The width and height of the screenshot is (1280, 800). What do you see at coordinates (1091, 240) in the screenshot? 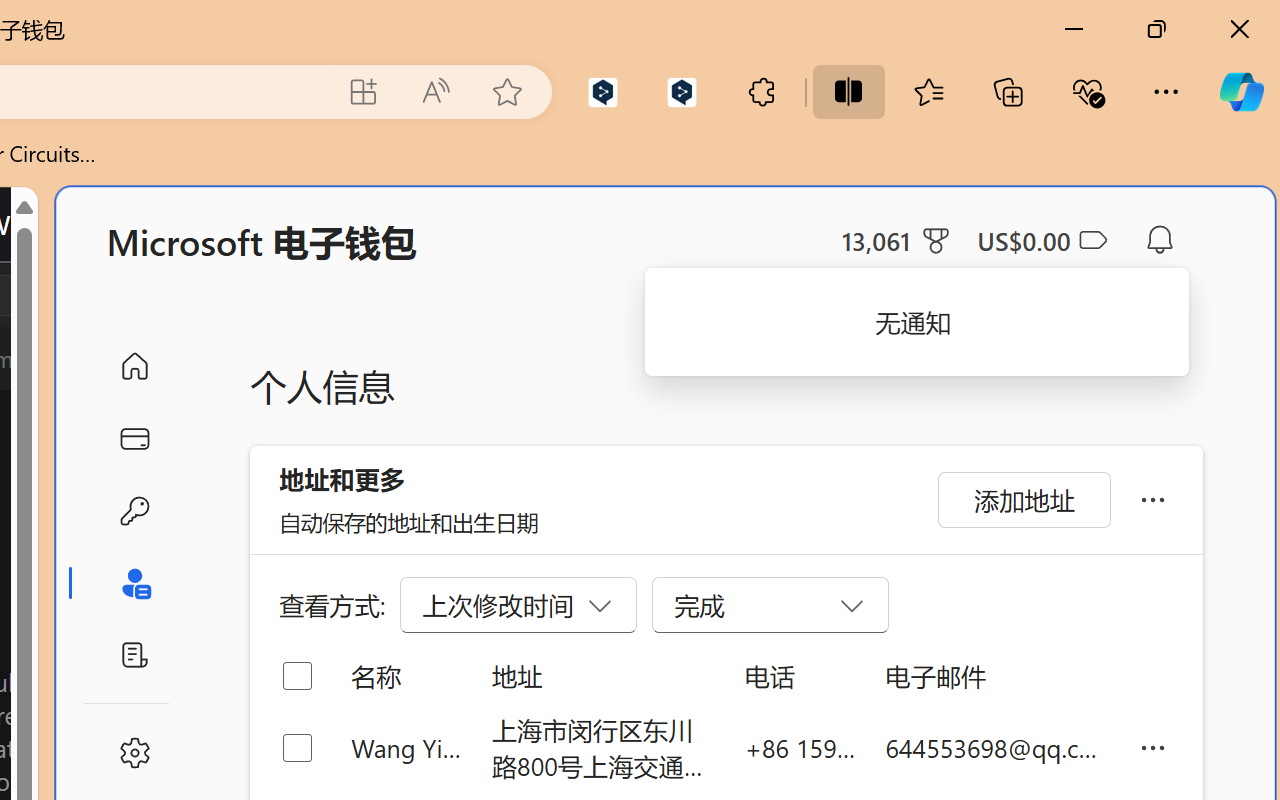
I see `'Class: ___1lmltc5 f1agt3bx f12qytpq'` at bounding box center [1091, 240].